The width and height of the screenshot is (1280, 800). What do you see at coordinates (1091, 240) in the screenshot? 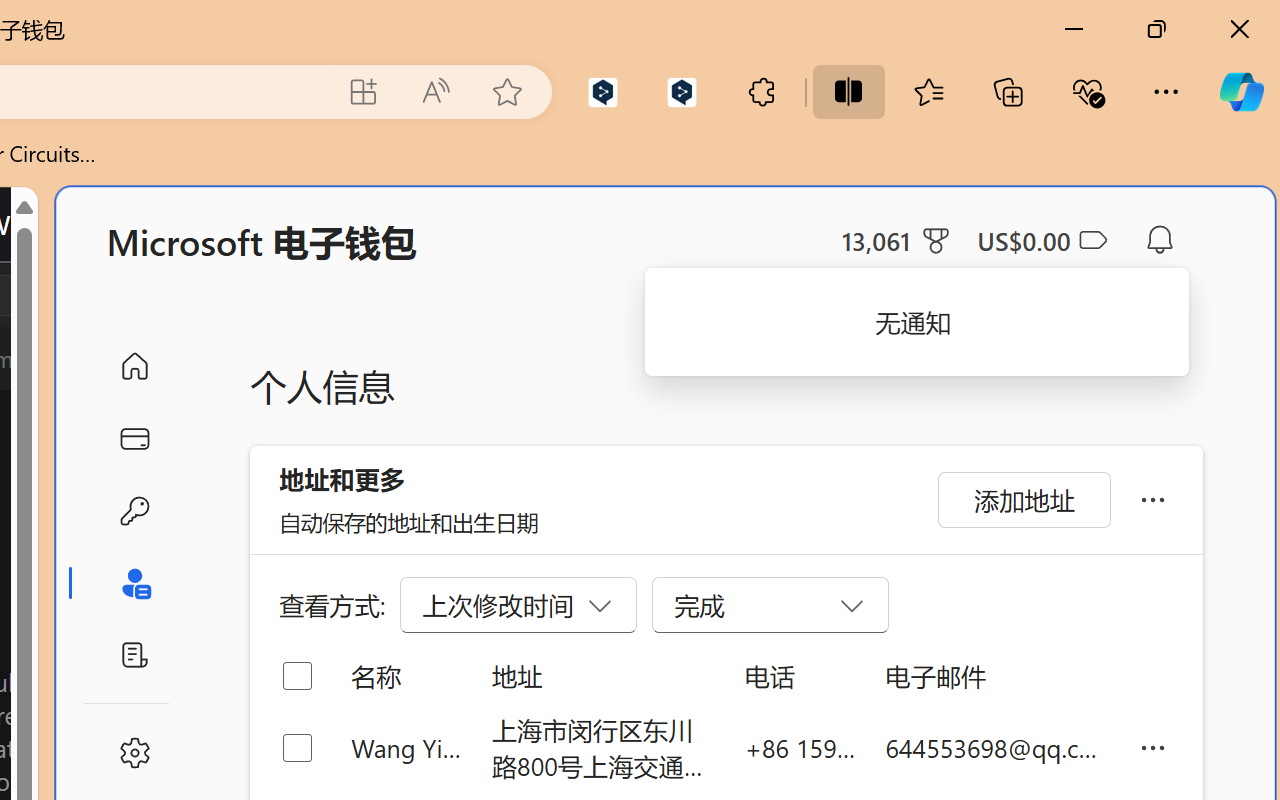
I see `'Class: ___1lmltc5 f1agt3bx f12qytpq'` at bounding box center [1091, 240].